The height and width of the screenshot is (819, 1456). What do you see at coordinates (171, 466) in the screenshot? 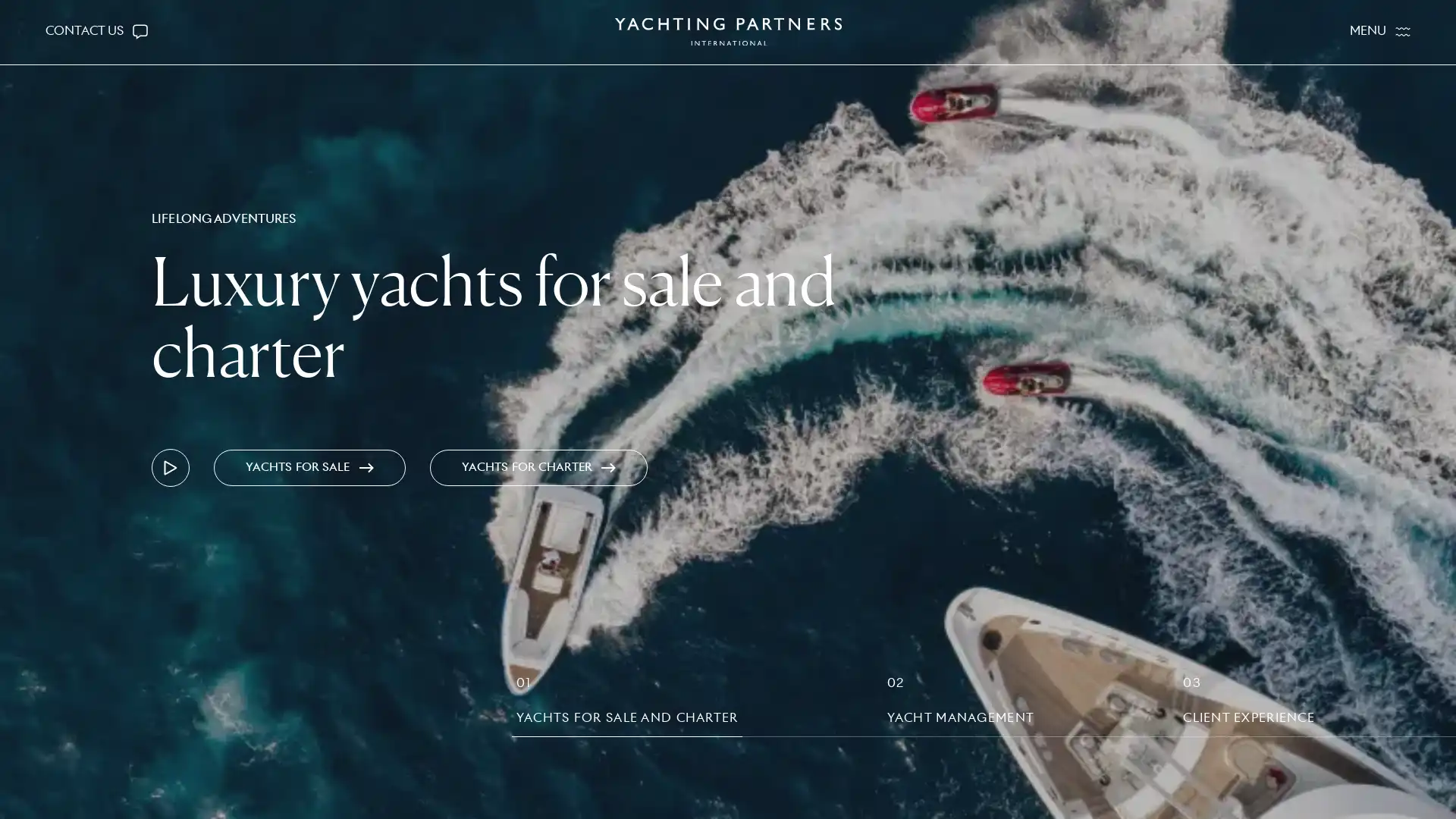
I see `Play` at bounding box center [171, 466].